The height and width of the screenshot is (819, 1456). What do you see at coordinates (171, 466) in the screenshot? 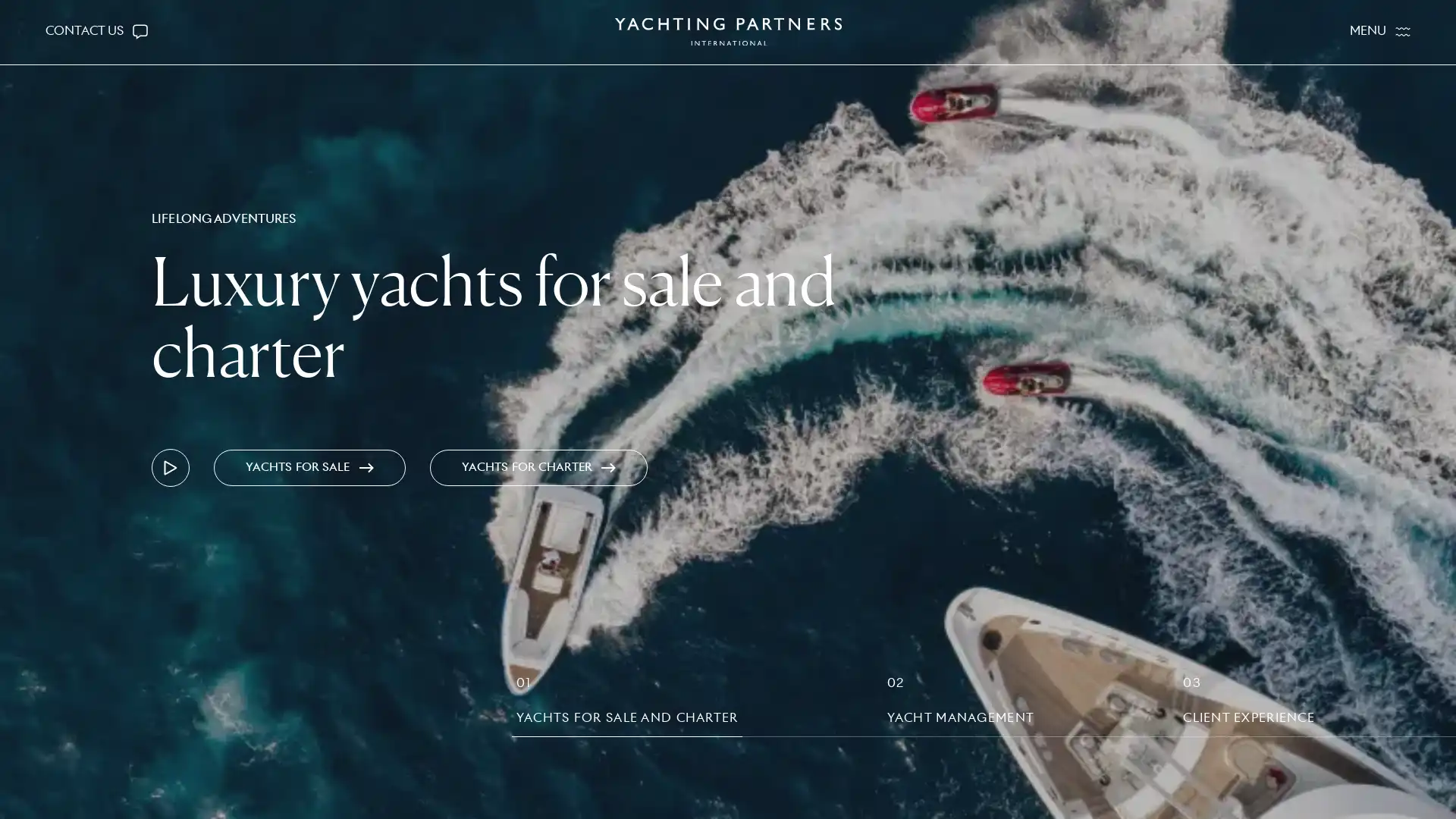
I see `Play` at bounding box center [171, 466].